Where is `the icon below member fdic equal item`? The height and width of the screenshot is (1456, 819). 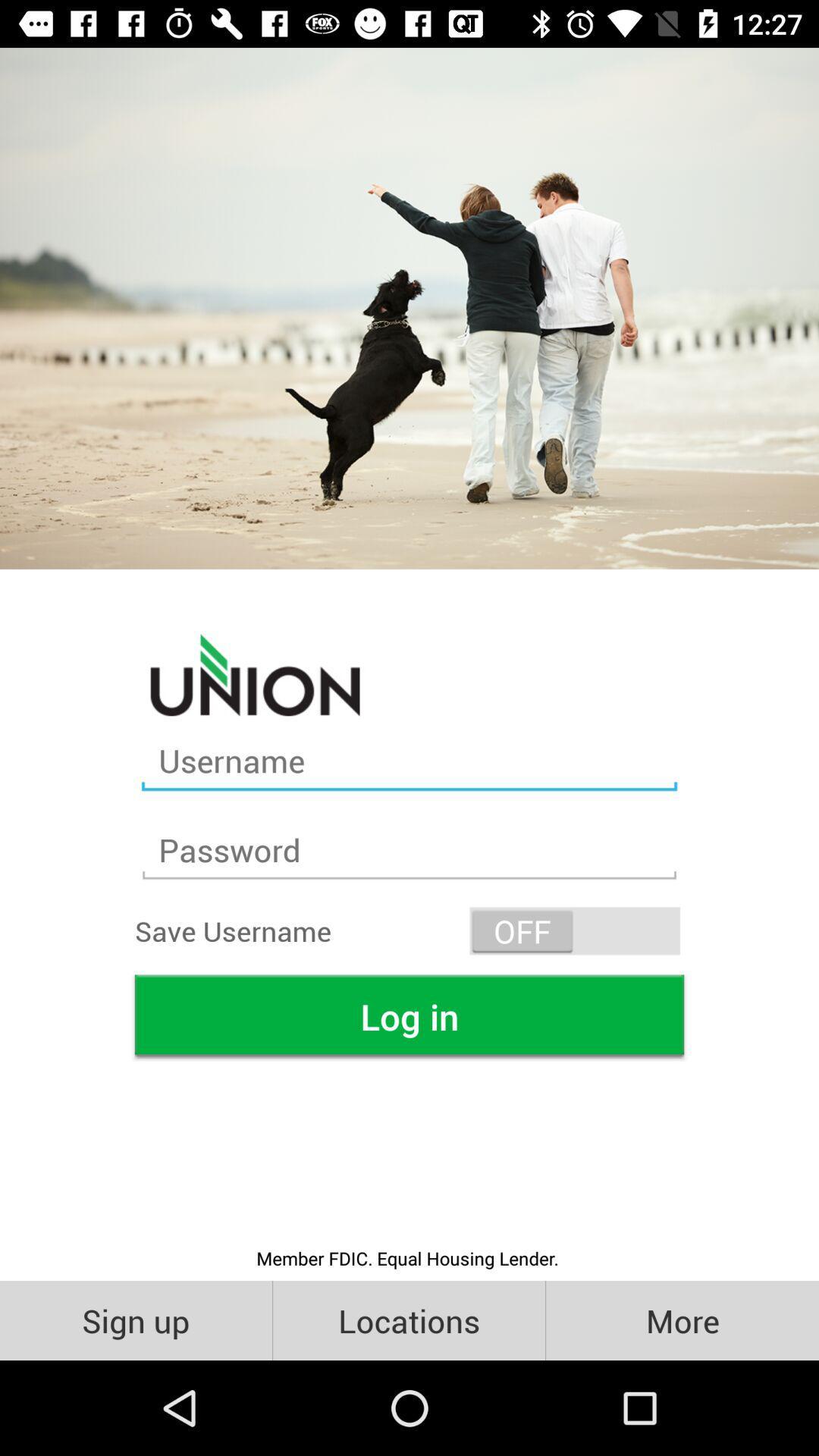
the icon below member fdic equal item is located at coordinates (408, 1319).